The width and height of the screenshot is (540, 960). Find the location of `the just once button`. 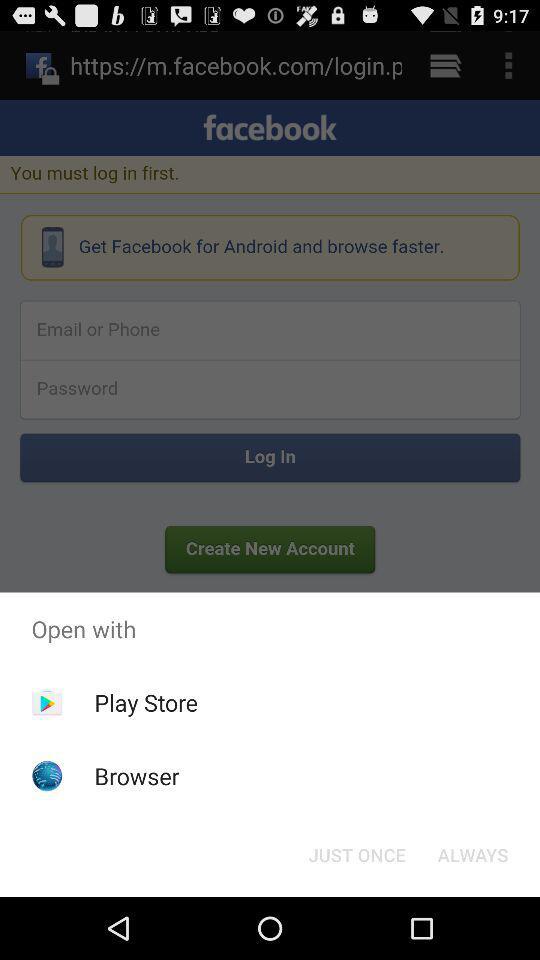

the just once button is located at coordinates (356, 853).